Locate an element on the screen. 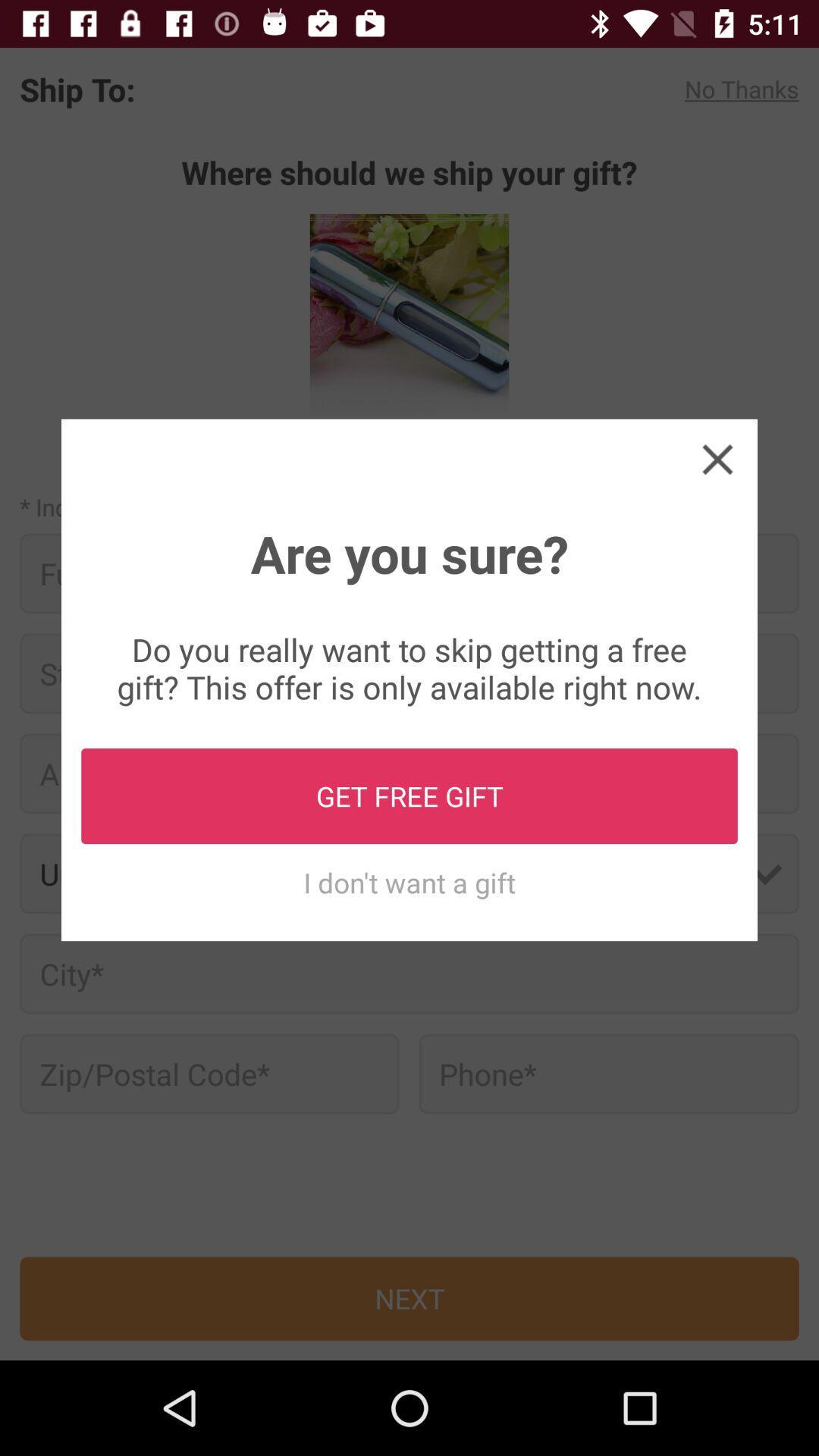 This screenshot has height=1456, width=819. i don t is located at coordinates (409, 882).